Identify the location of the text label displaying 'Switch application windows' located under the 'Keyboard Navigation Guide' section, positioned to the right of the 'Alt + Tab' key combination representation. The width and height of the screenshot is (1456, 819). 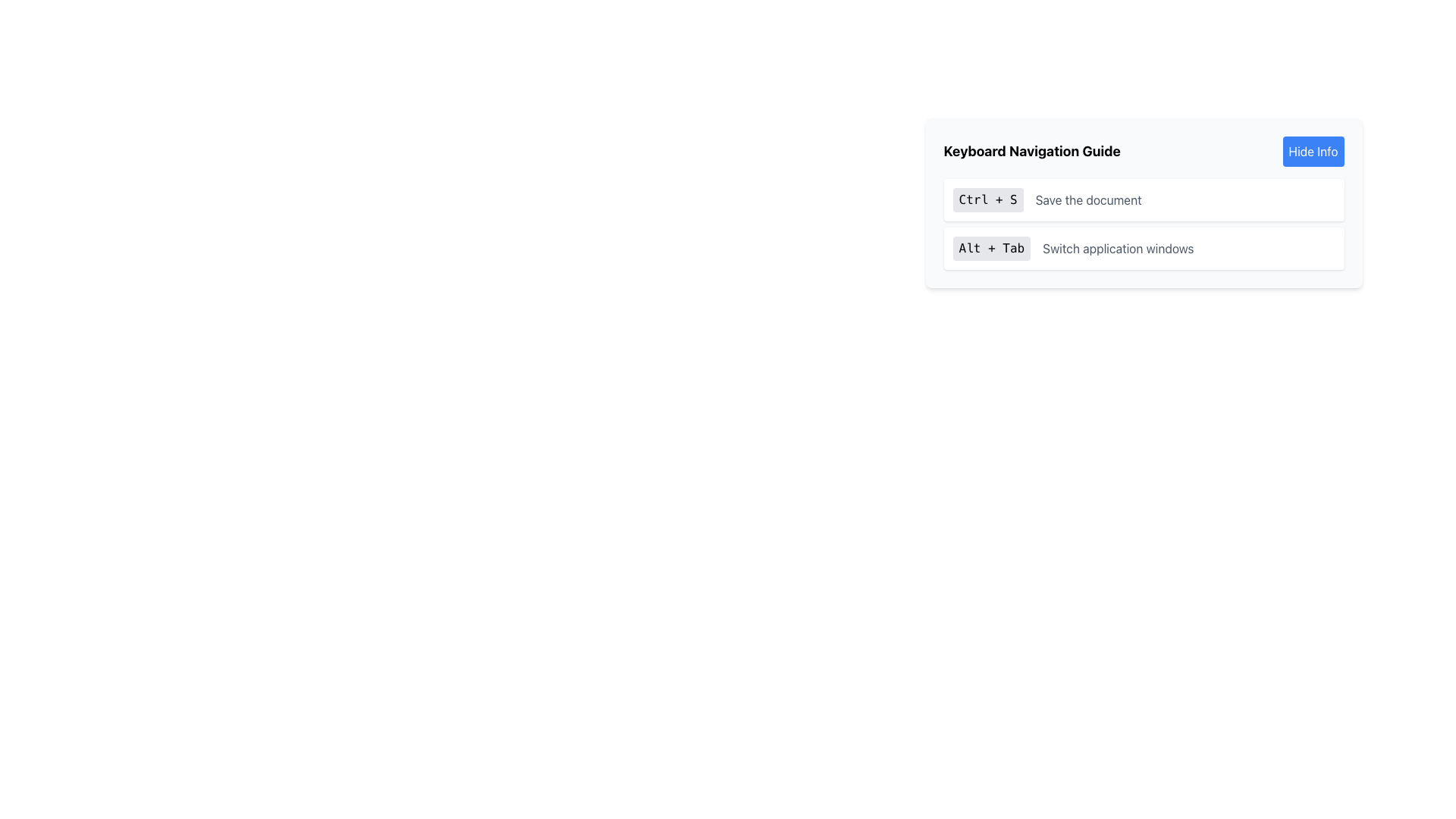
(1118, 247).